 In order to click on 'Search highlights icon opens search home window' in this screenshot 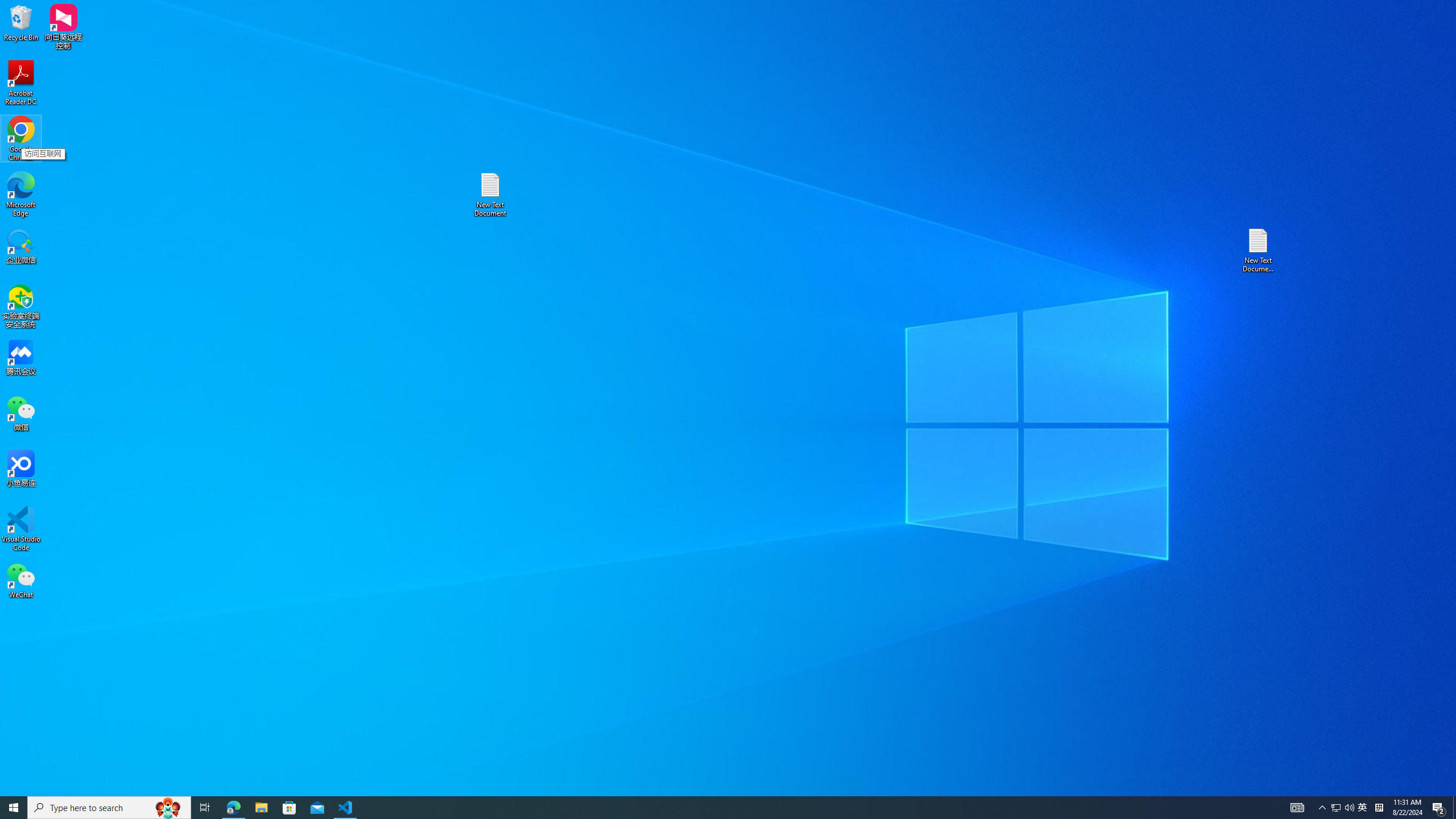, I will do `click(167, 806)`.